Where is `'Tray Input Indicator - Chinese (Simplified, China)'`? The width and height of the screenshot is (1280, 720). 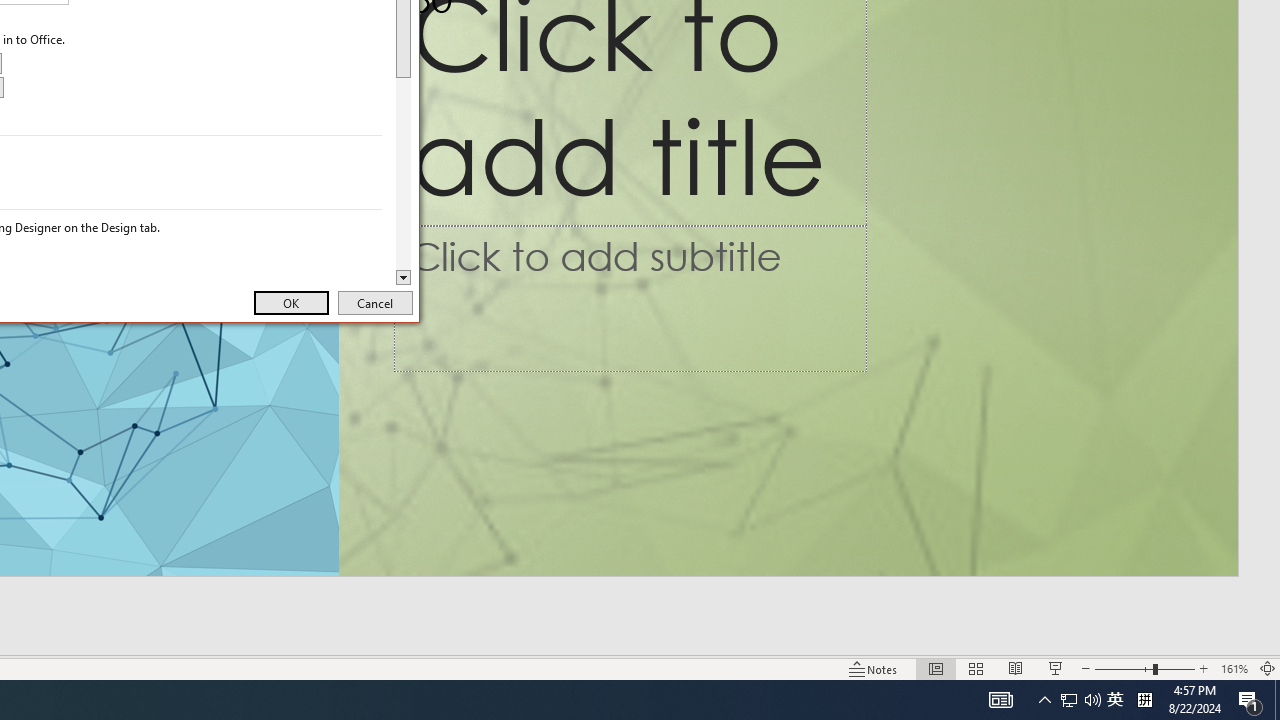 'Tray Input Indicator - Chinese (Simplified, China)' is located at coordinates (1092, 698).